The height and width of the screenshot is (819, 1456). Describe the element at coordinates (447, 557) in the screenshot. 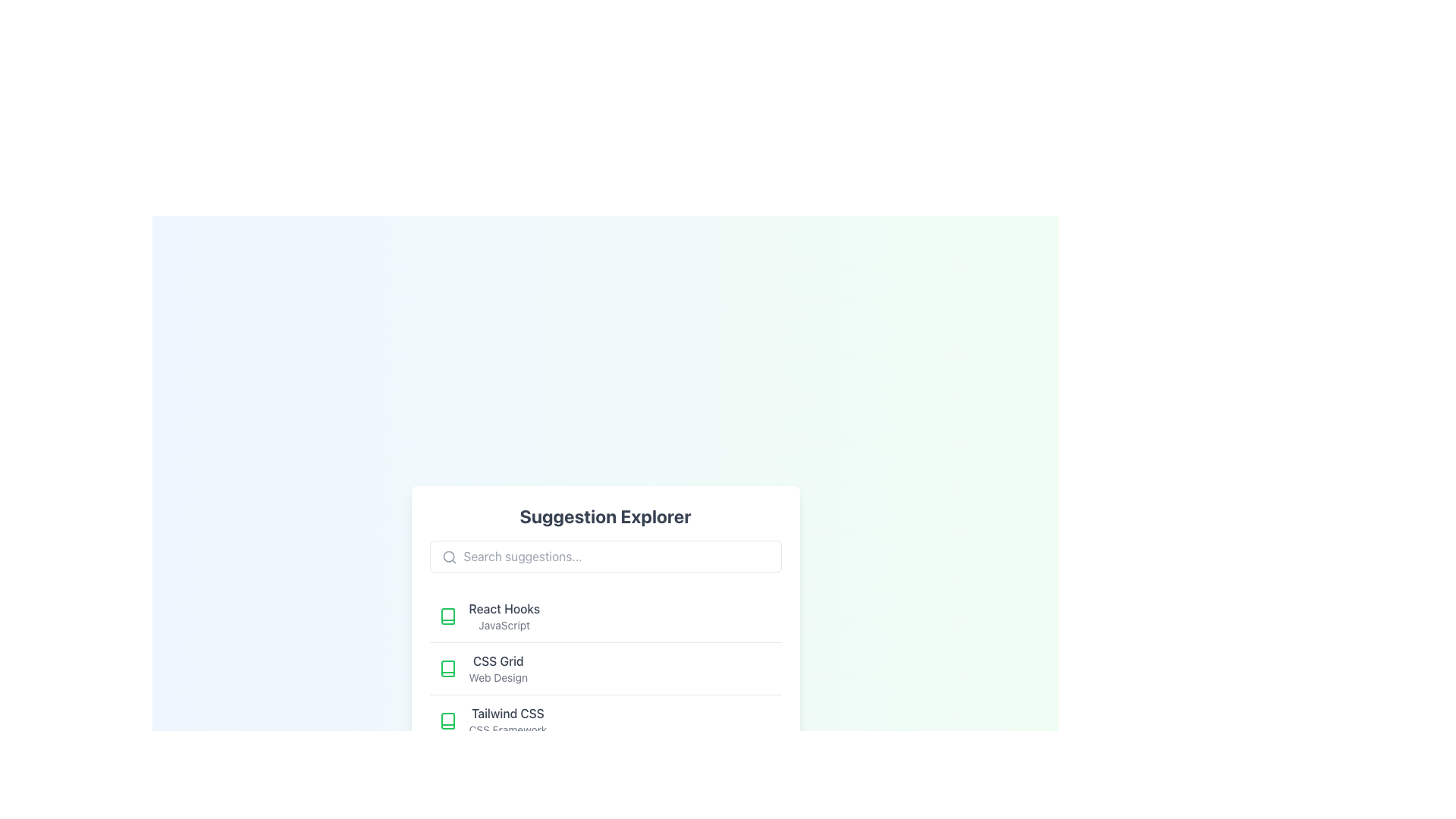

I see `the circular icon representing the glass part of the magnifying glass within the SVG search element` at that location.